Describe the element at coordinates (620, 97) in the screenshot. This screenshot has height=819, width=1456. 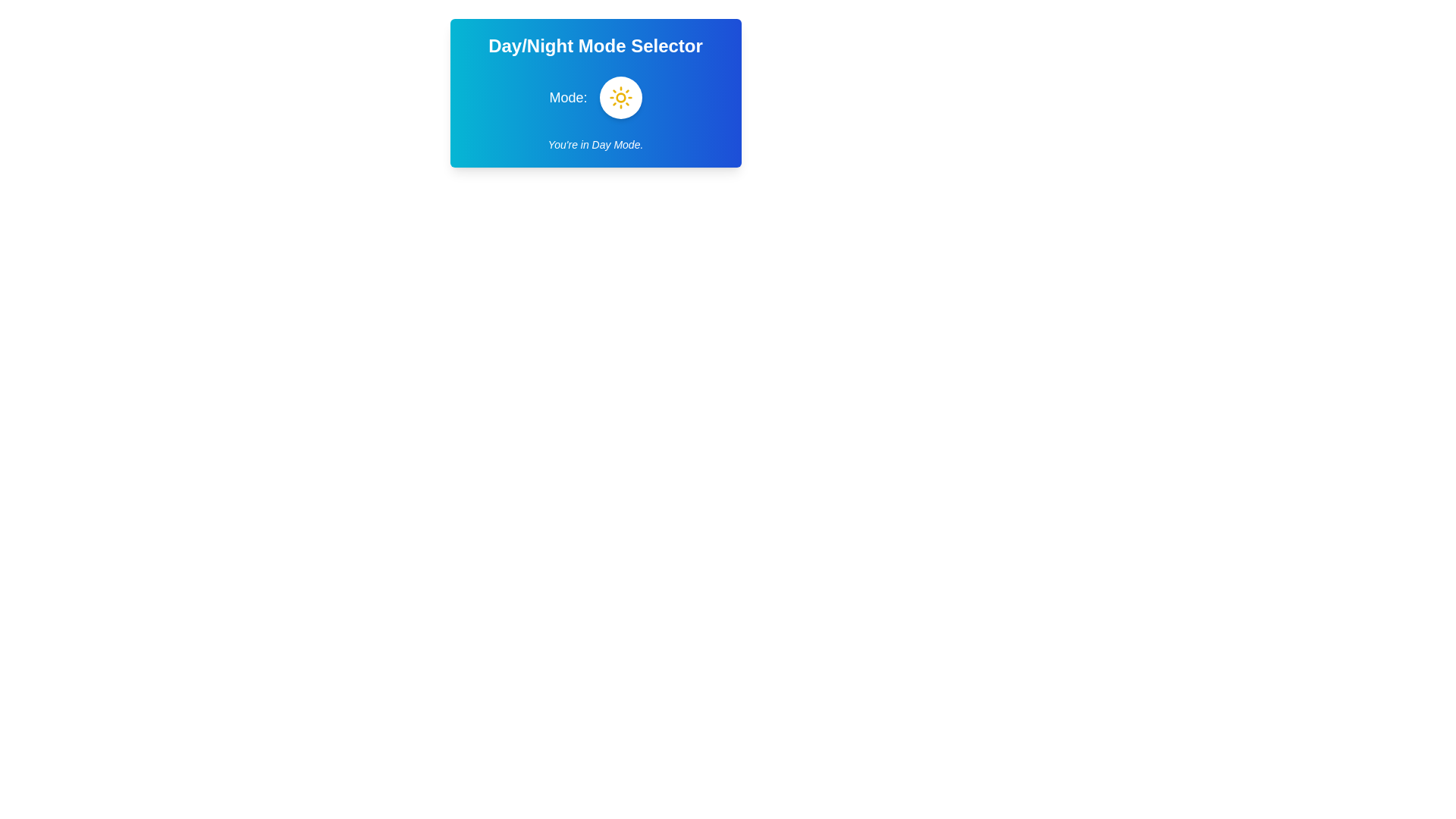
I see `the Day/Night mode toggle button to observe its hover effects` at that location.